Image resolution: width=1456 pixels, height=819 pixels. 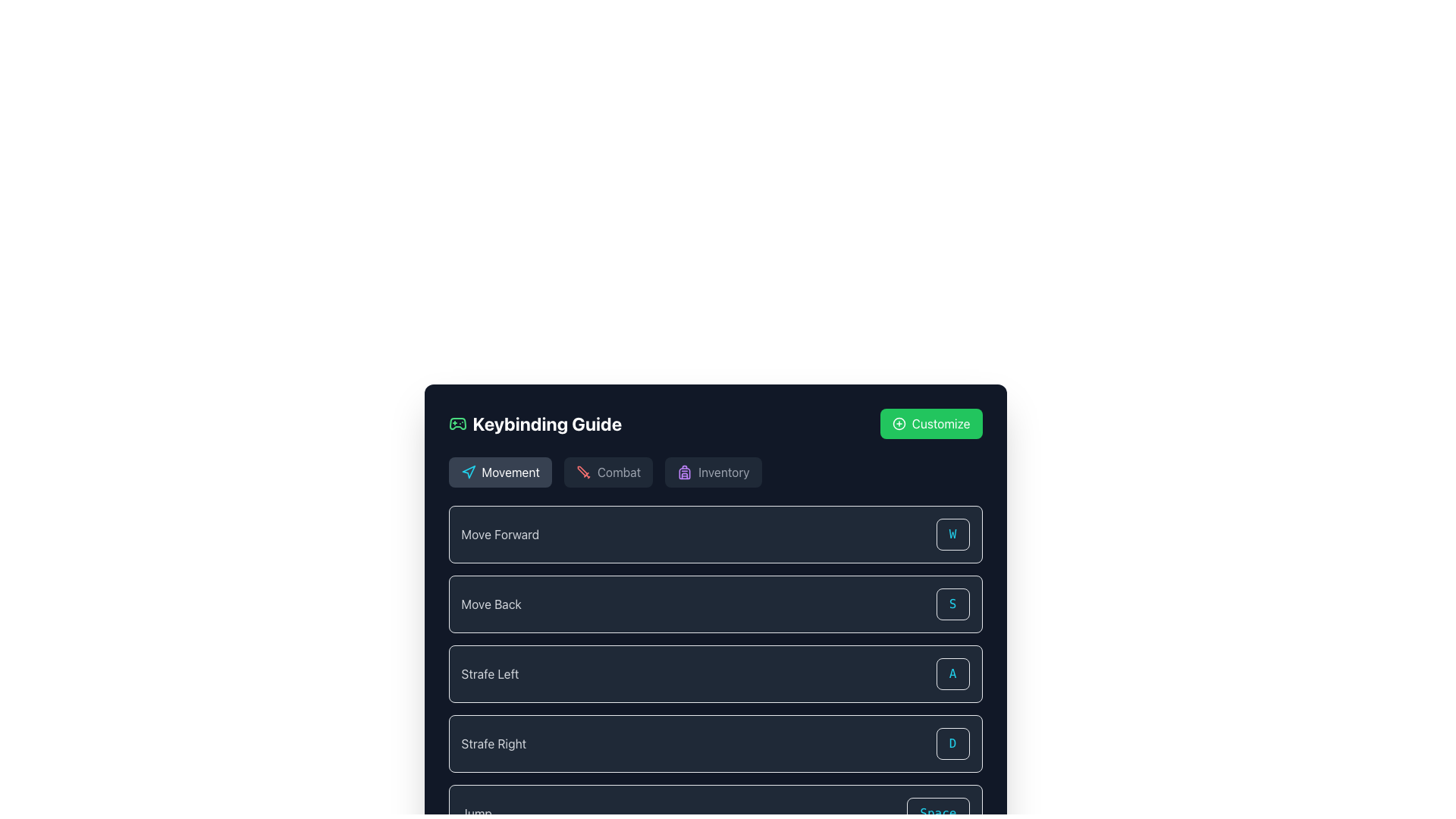 I want to click on the small game controller icon with a green outline located to the left of the 'Keybinding Guide' title text, so click(x=457, y=424).